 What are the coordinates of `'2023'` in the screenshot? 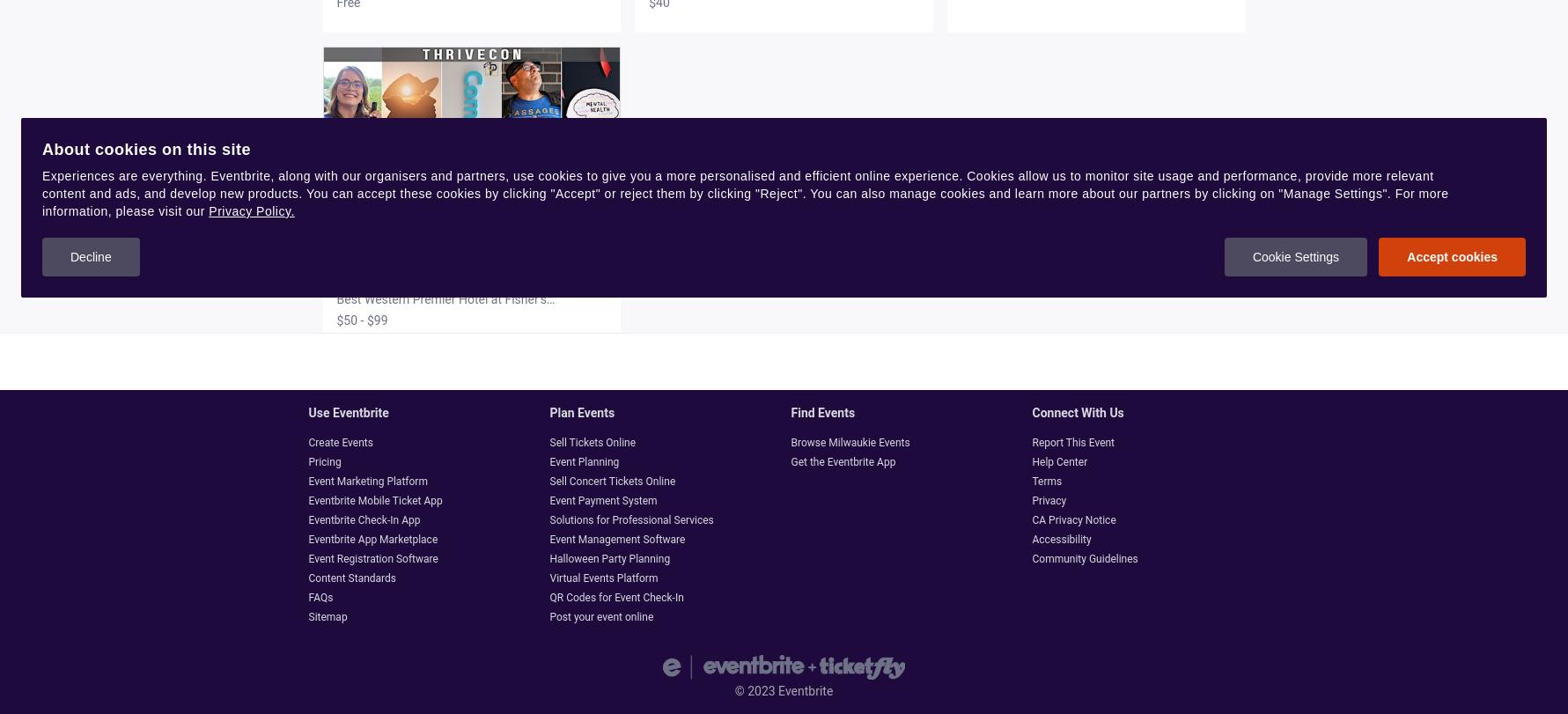 It's located at (761, 689).